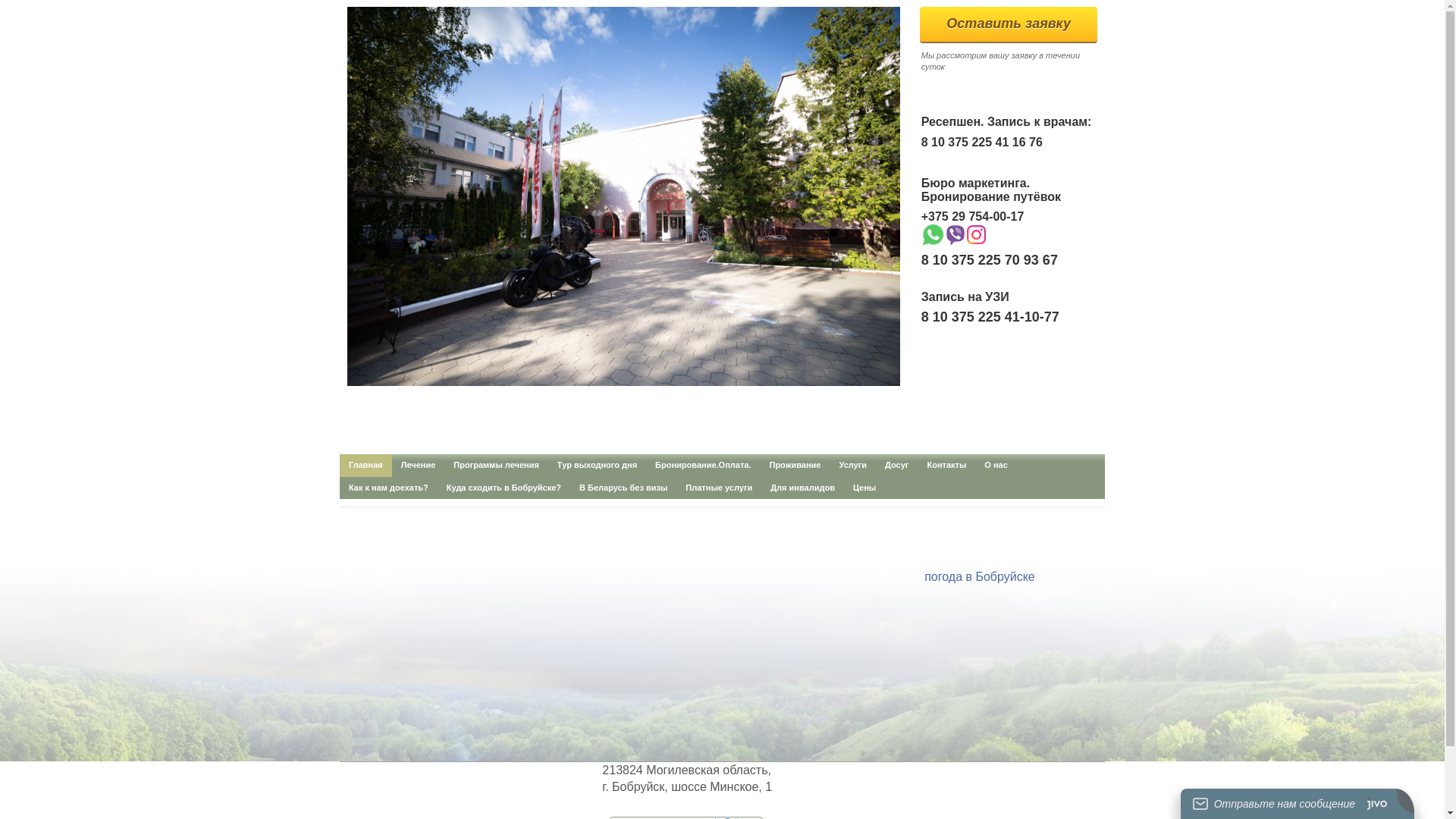 The width and height of the screenshot is (1456, 819). I want to click on 'Instagram_icon-icons.com_66804.png', so click(976, 234).